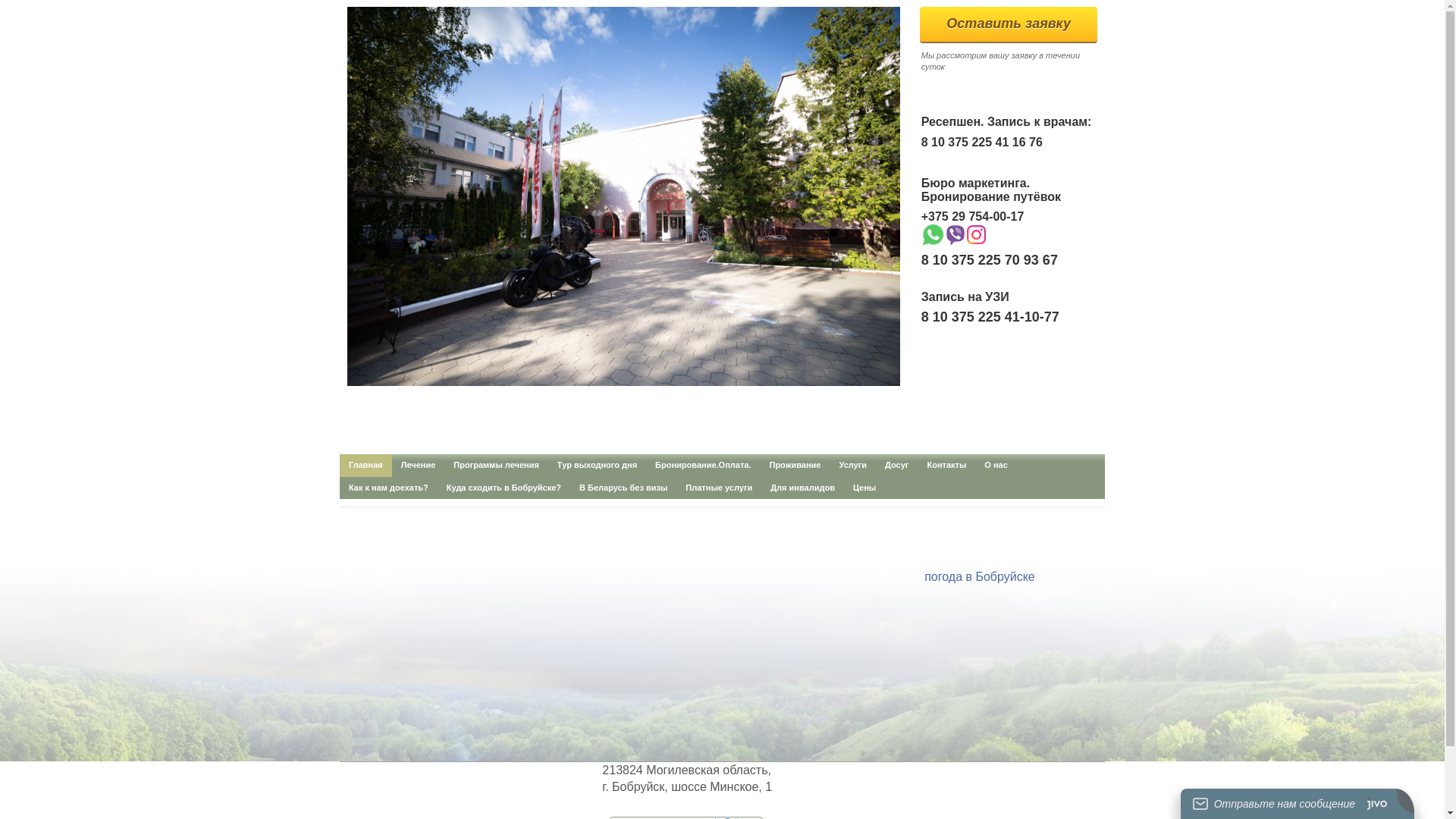 The width and height of the screenshot is (1456, 819). I want to click on 'Instagram_icon-icons.com_66804.png', so click(976, 234).